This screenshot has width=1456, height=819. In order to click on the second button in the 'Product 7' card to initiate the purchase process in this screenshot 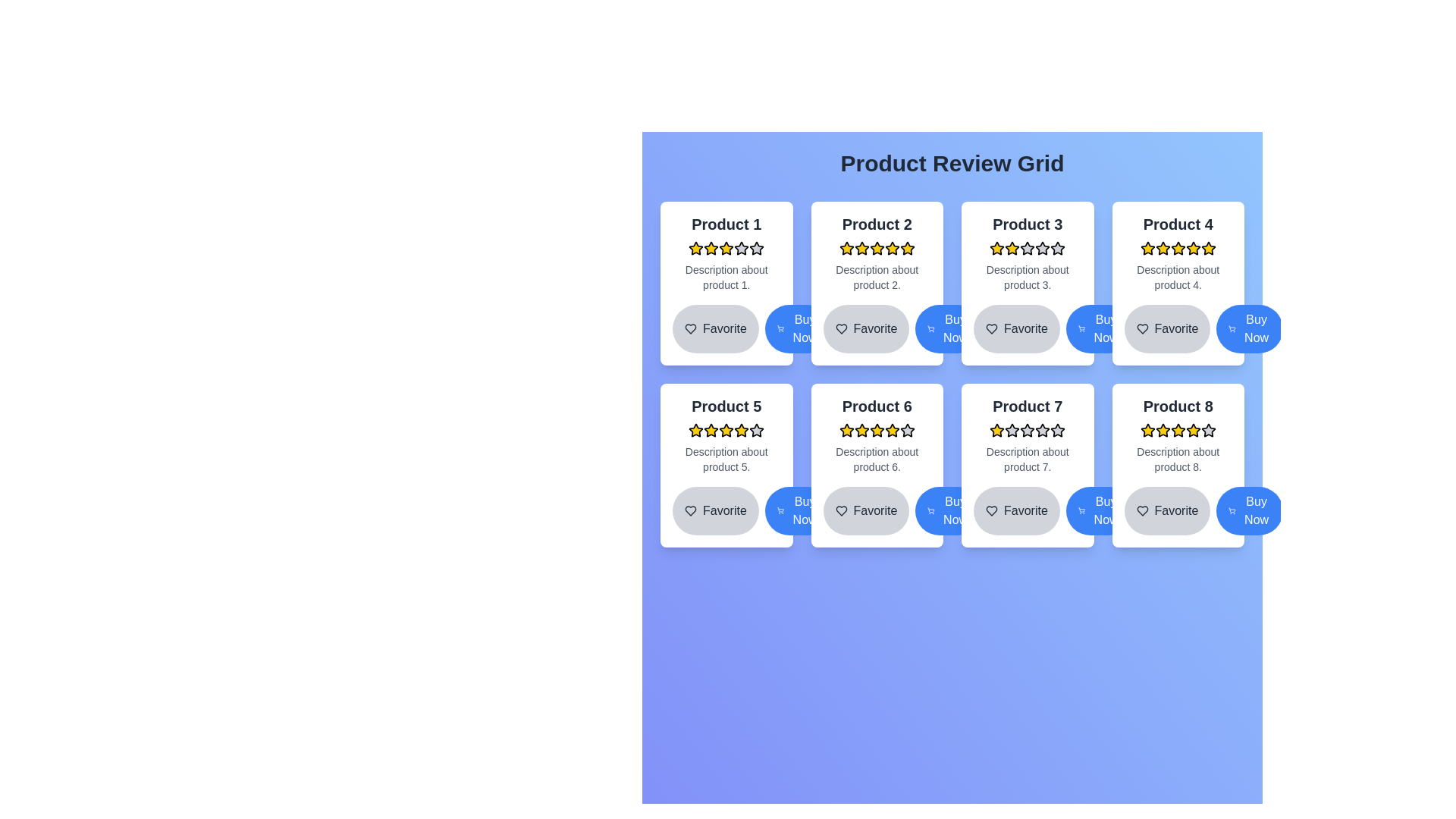, I will do `click(948, 511)`.